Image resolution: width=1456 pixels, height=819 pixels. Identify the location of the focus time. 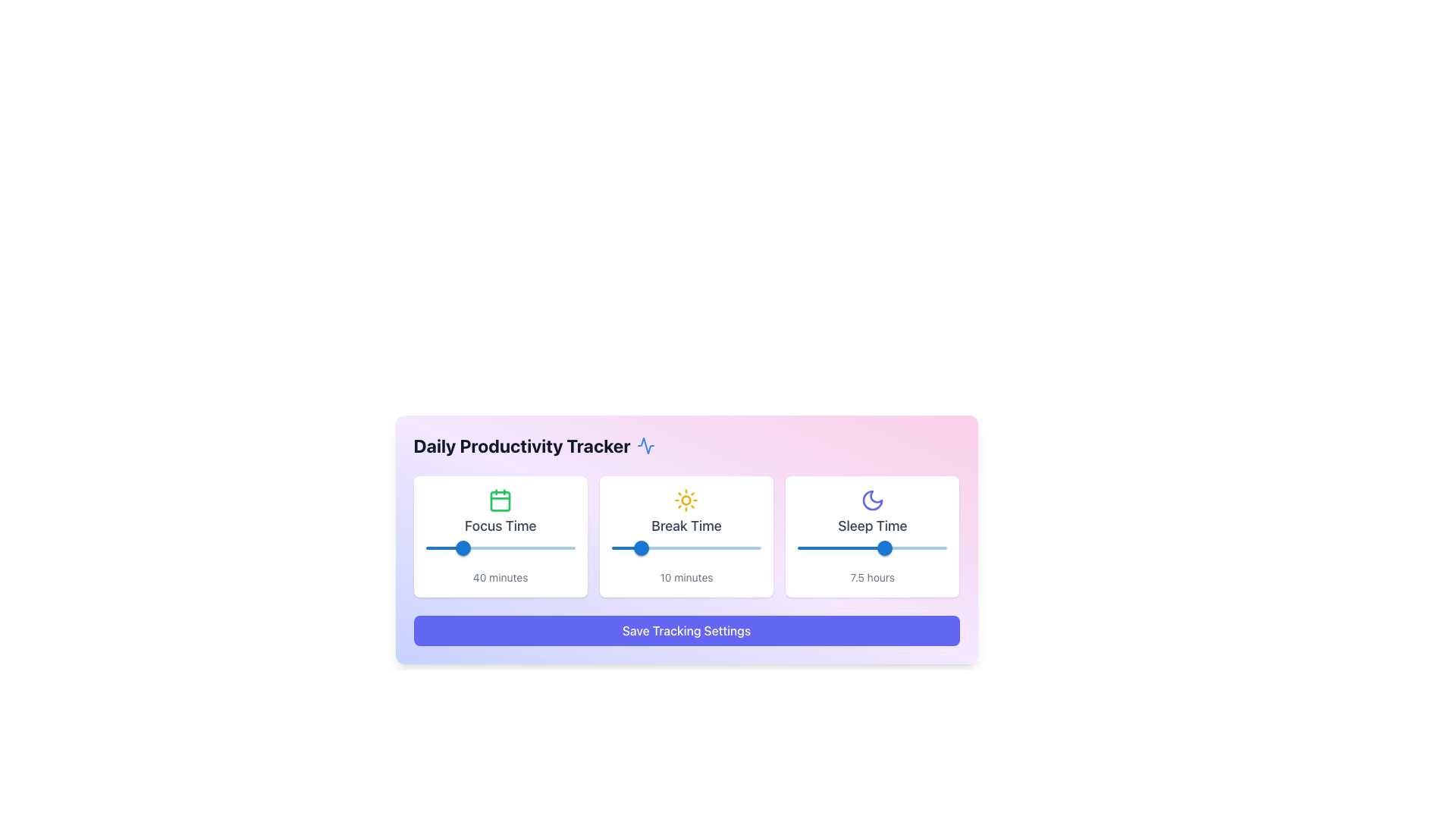
(513, 548).